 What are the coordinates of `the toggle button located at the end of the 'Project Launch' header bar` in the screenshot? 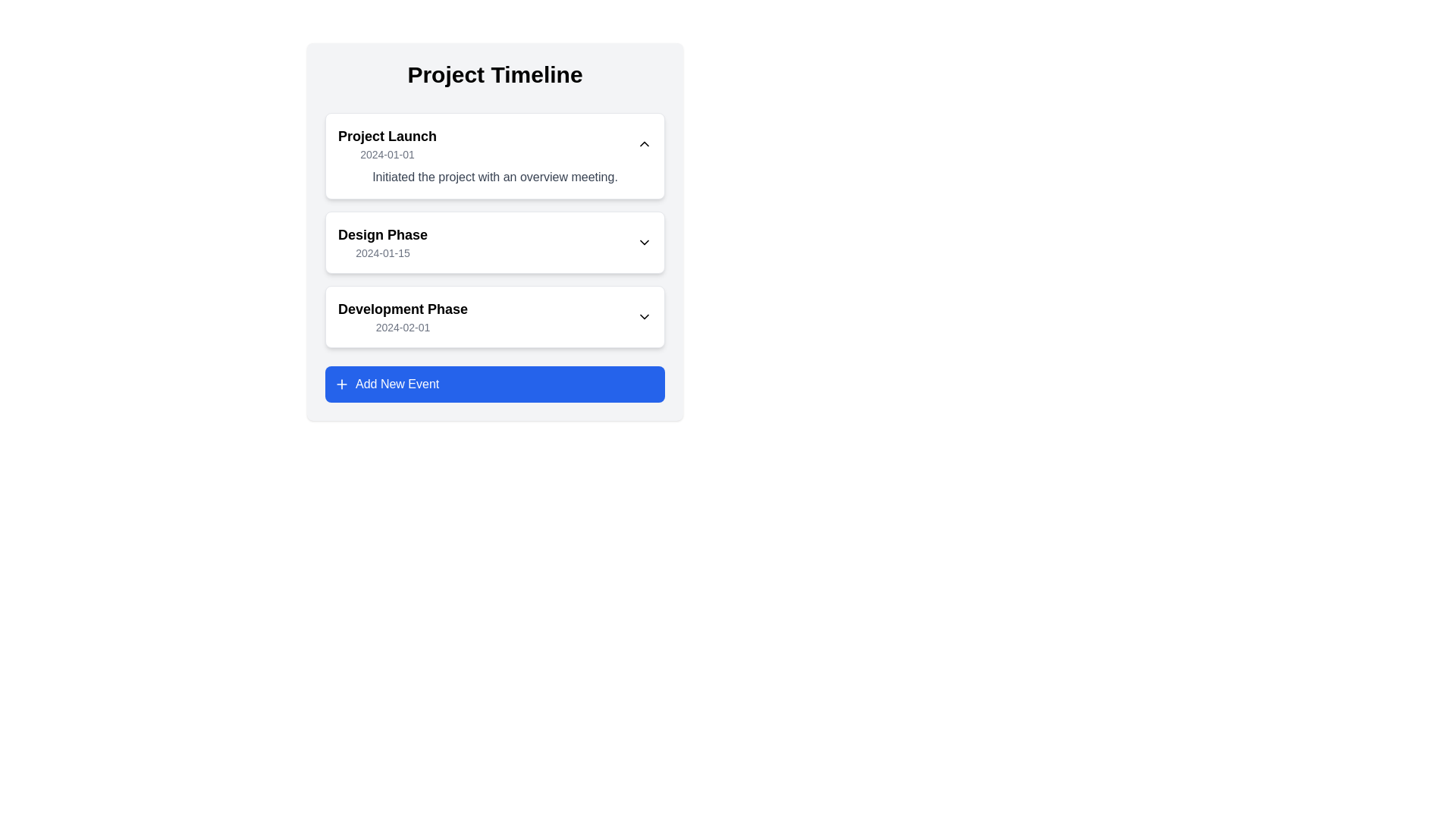 It's located at (644, 143).